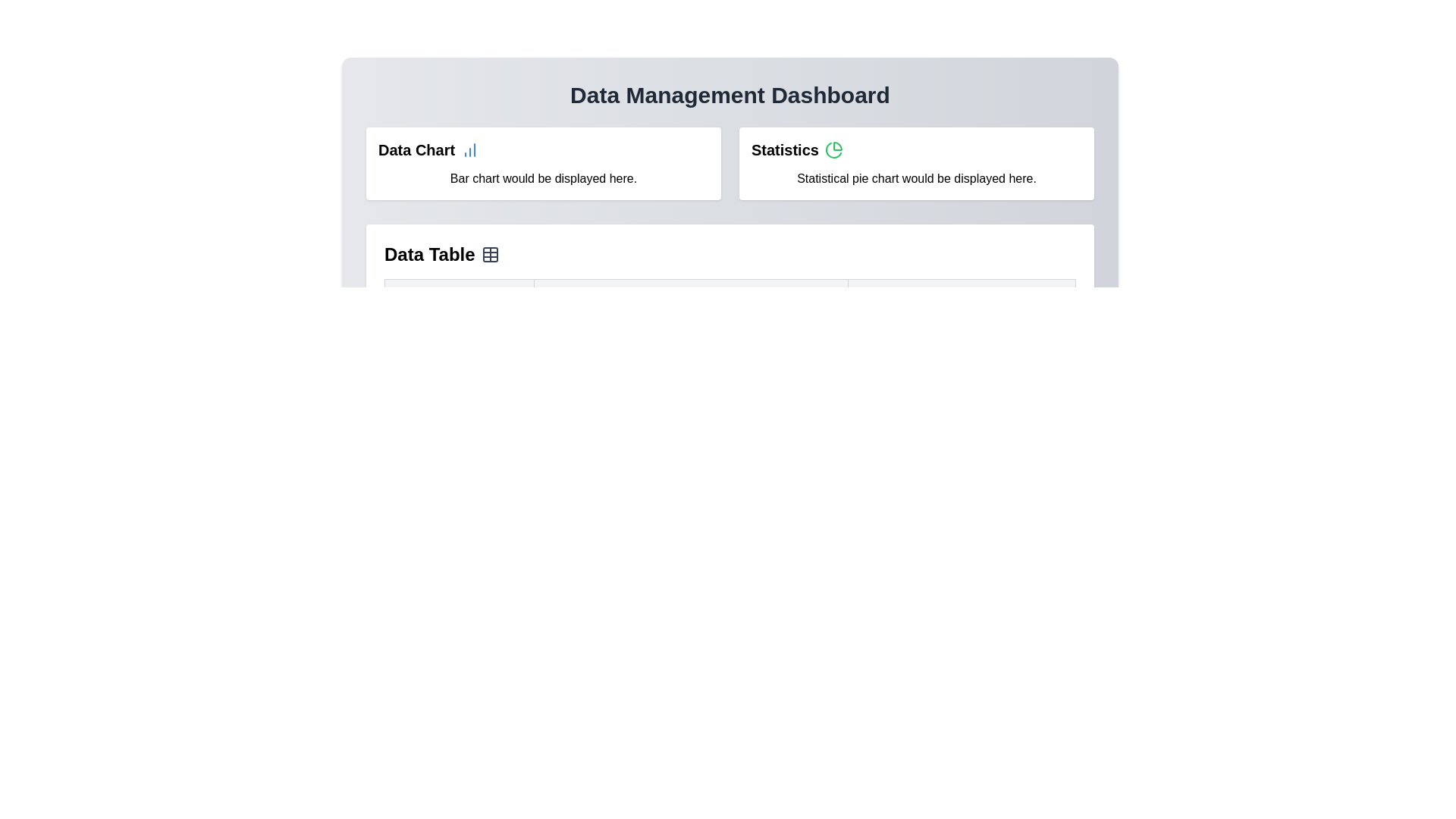  I want to click on the 'Data Management Dashboard' header to inspect it, so click(730, 96).